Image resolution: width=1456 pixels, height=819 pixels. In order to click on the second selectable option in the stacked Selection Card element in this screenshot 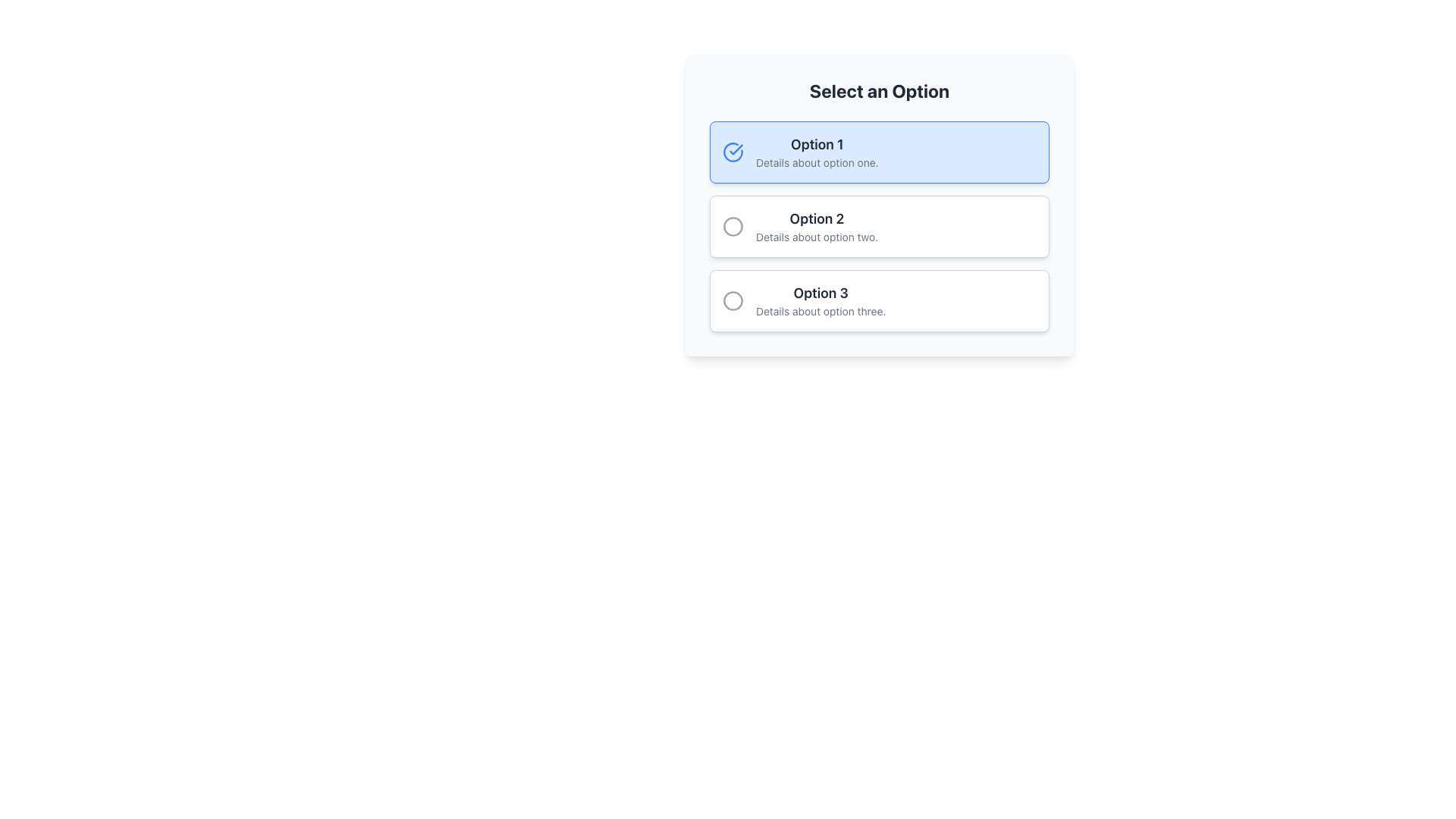, I will do `click(880, 227)`.